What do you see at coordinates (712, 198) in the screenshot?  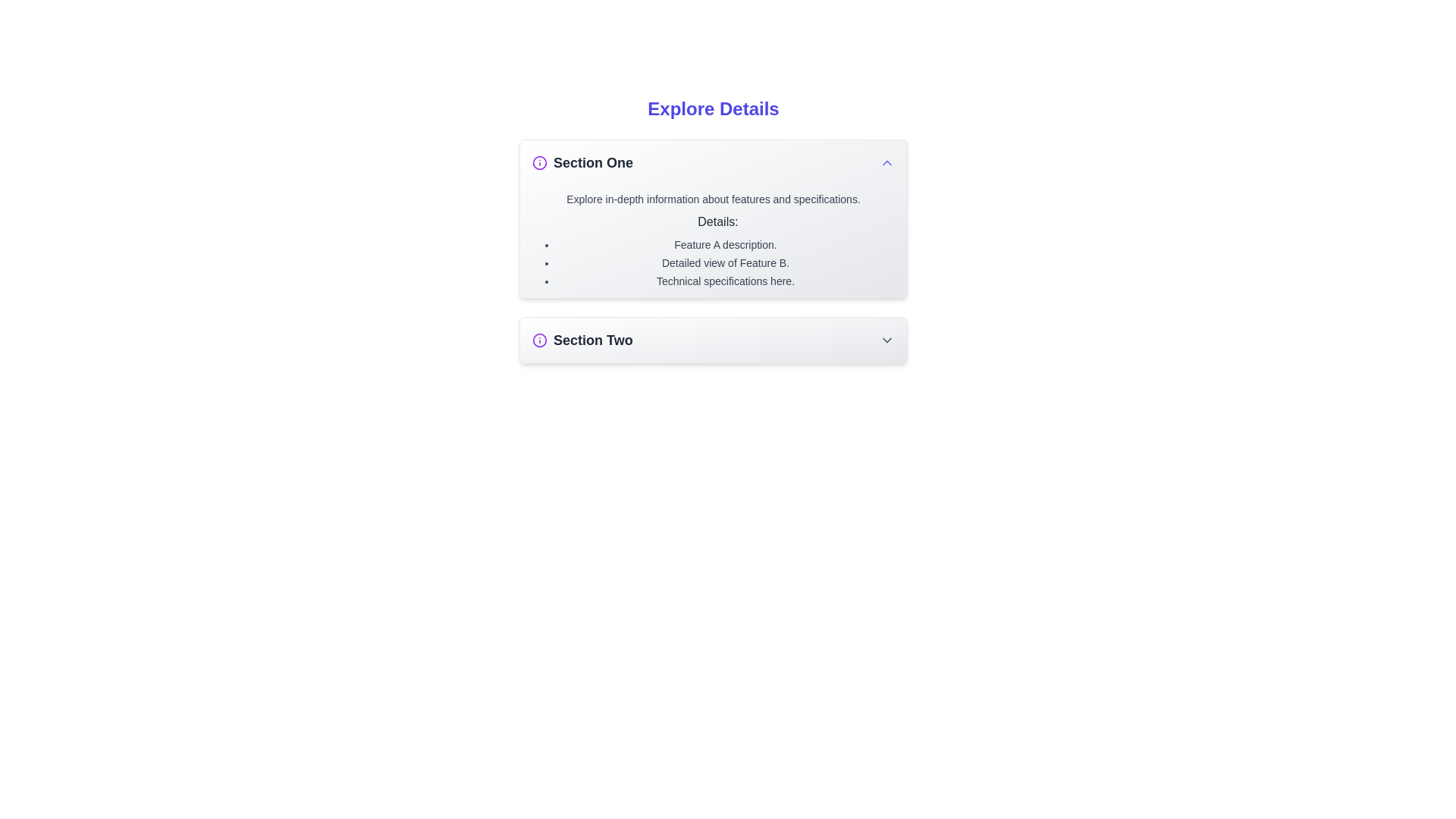 I see `the text element that reads 'Explore in-depth information about features and specifications', which is positioned directly beneath the 'Section One' heading` at bounding box center [712, 198].